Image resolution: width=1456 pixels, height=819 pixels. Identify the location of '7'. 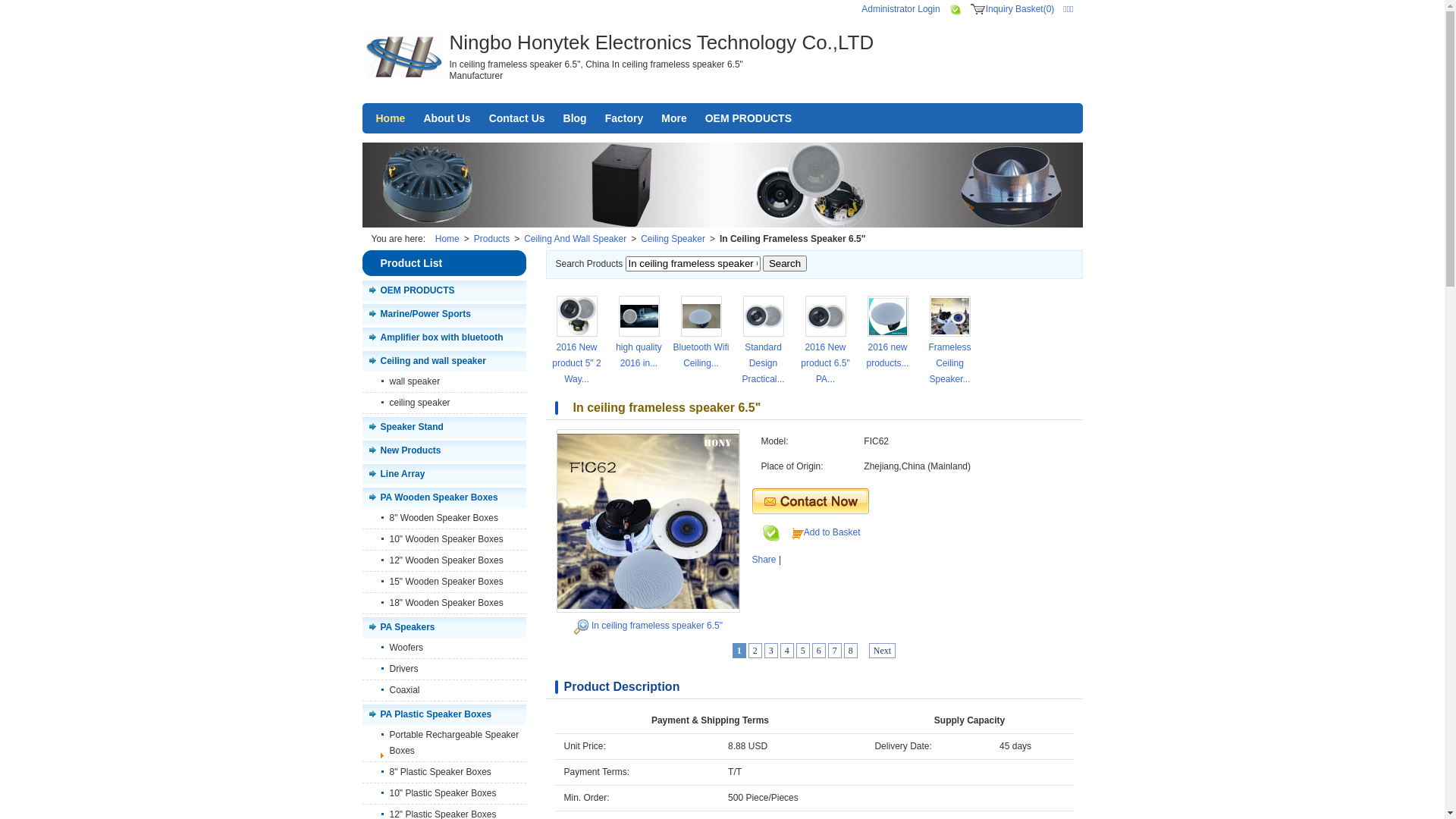
(833, 649).